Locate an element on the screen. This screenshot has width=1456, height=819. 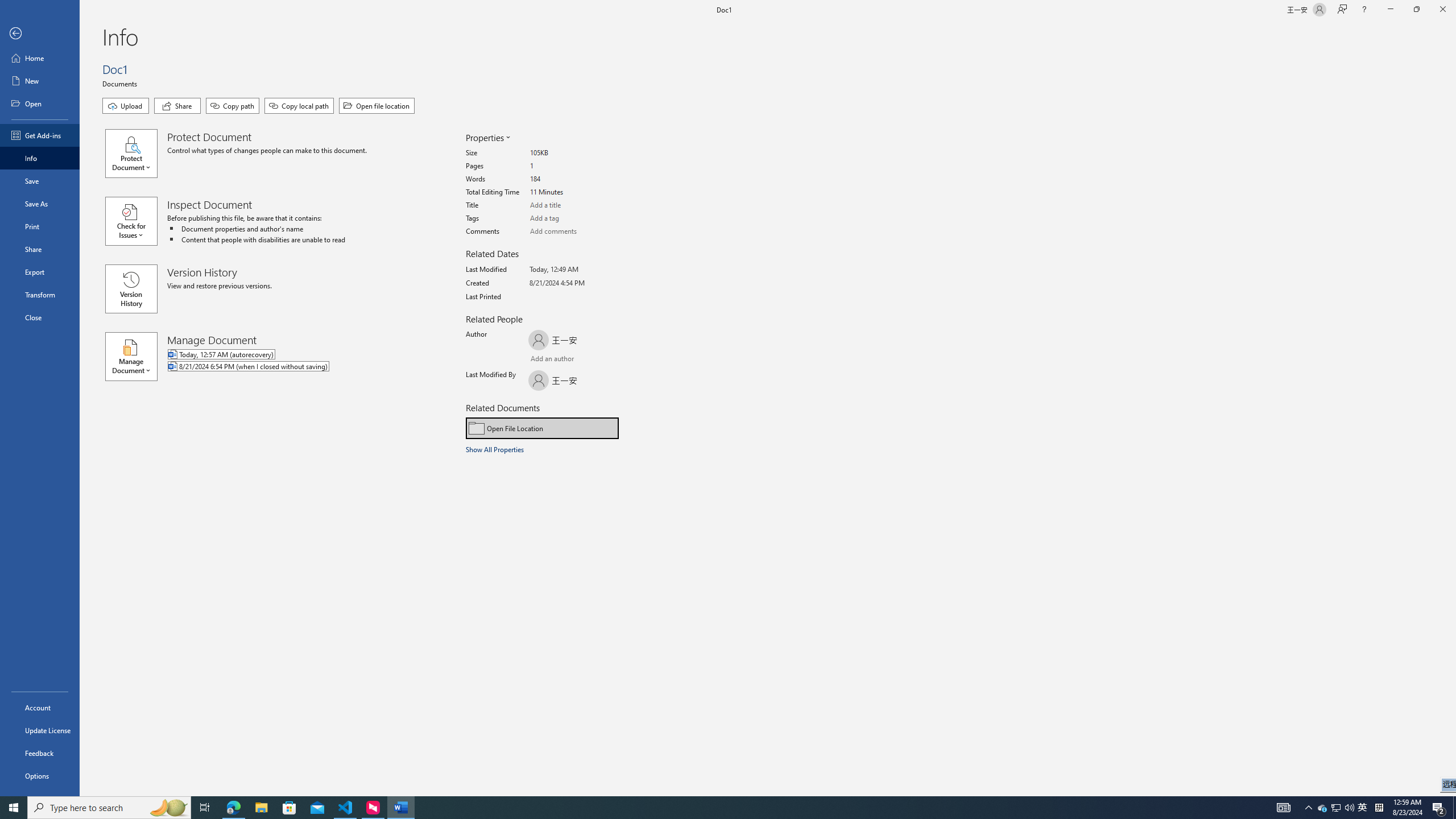
'Get Add-ins' is located at coordinates (39, 135).